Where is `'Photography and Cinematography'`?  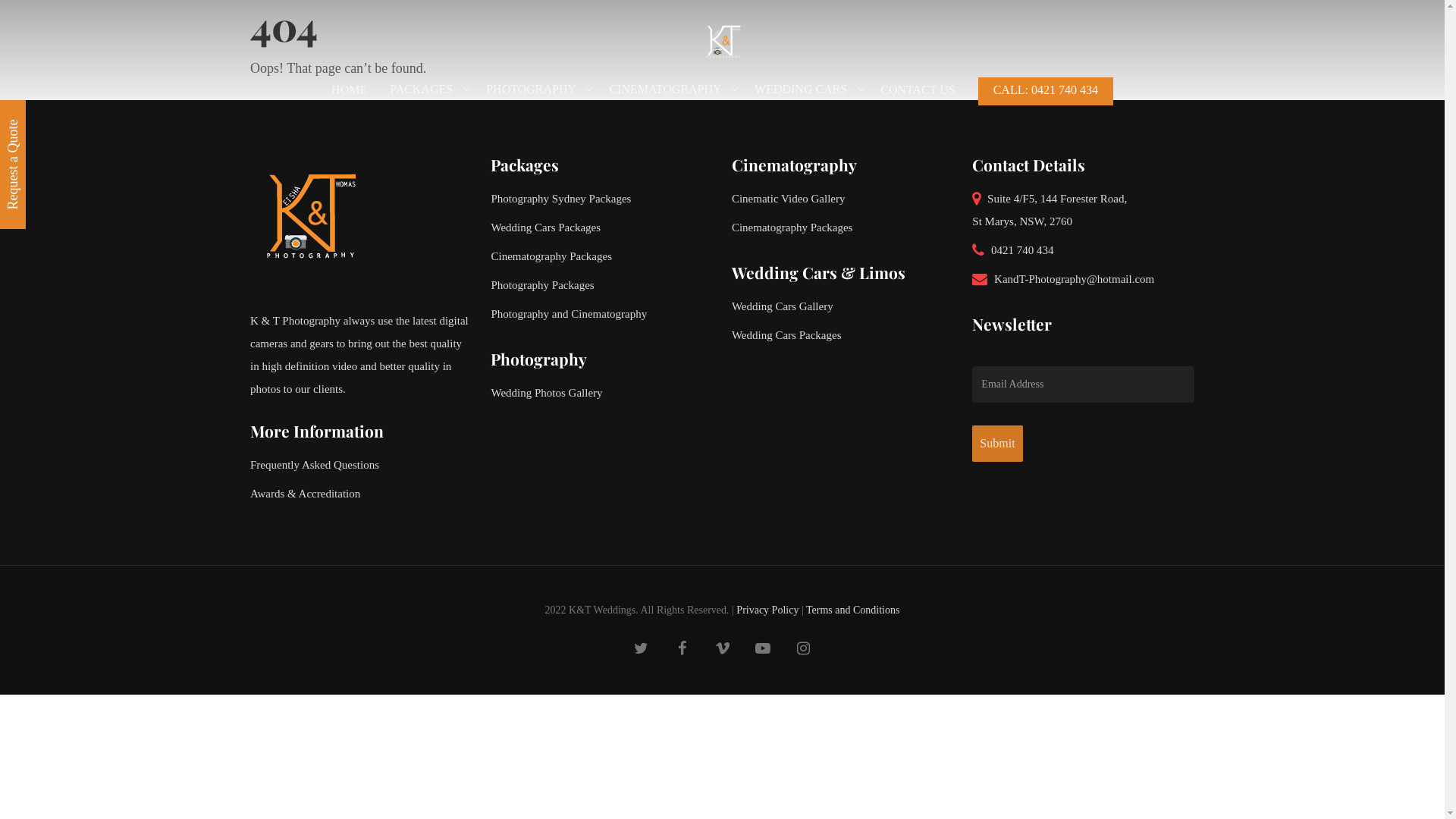
'Photography and Cinematography' is located at coordinates (601, 312).